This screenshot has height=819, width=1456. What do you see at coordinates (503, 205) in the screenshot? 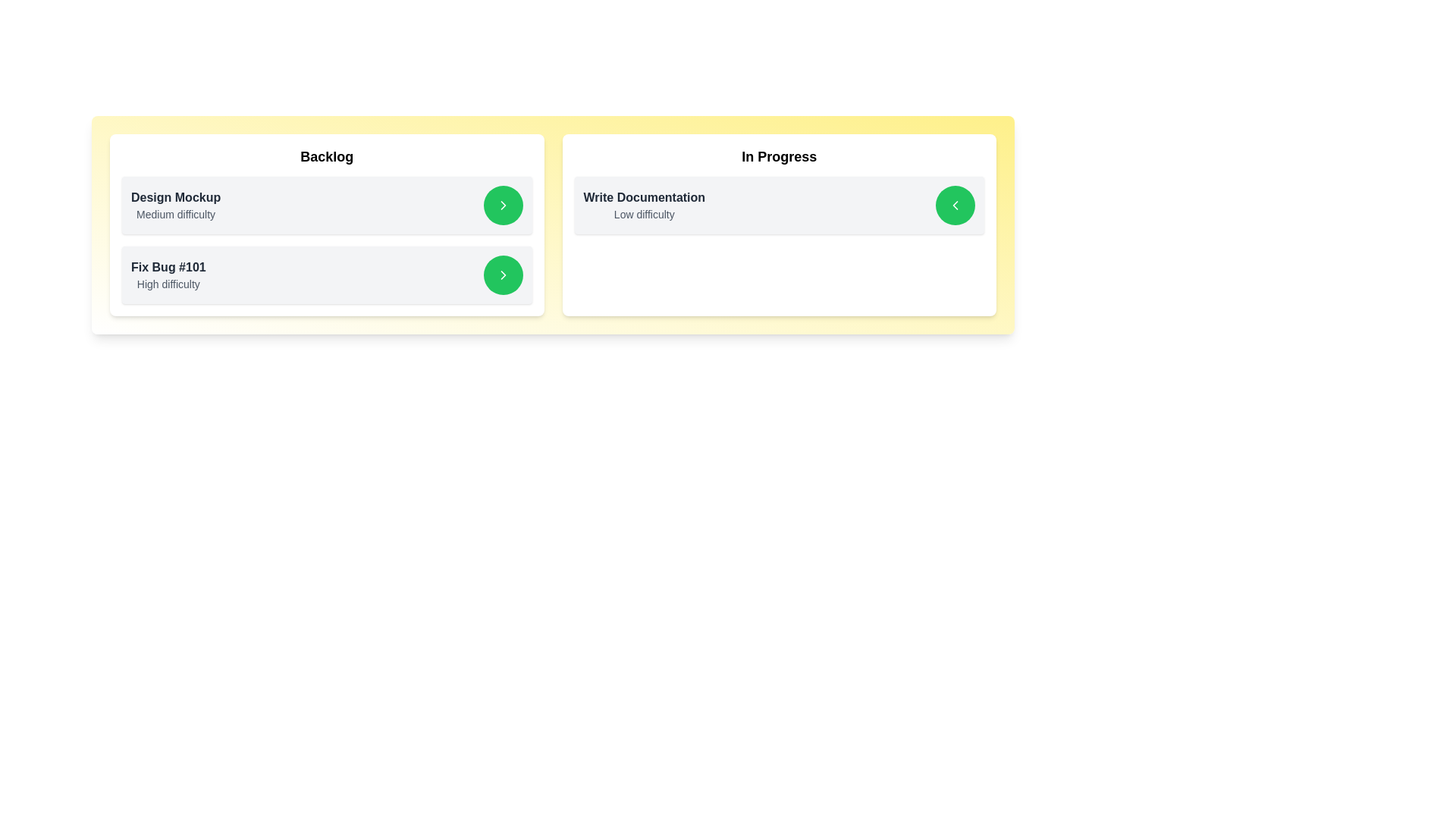
I see `right arrow button next to the task 'Design Mockup' to move it from 'Backlog' to 'In Progress'` at bounding box center [503, 205].